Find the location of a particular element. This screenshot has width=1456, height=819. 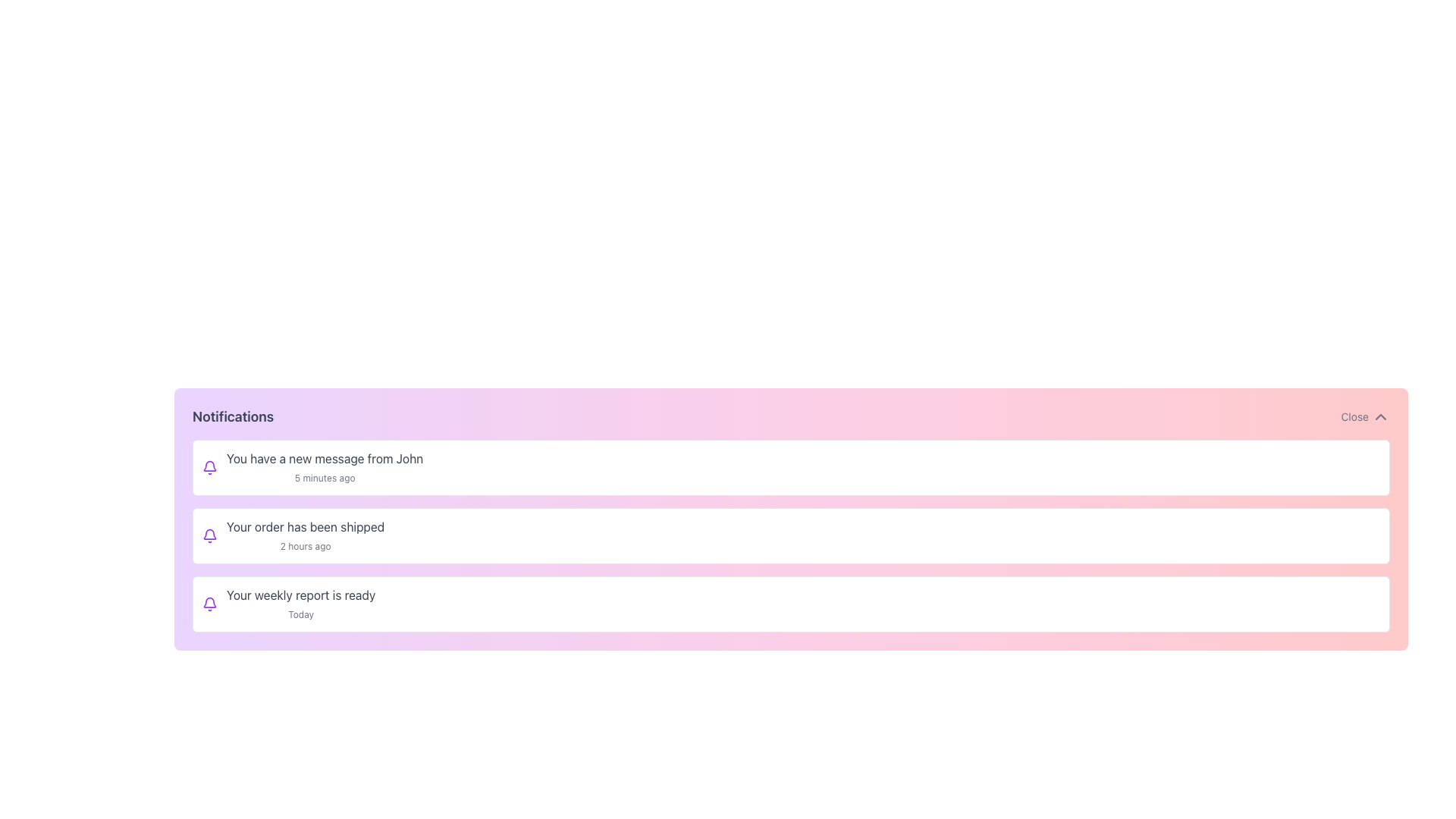

the 'Close' button located at the far right of the header section is located at coordinates (1365, 417).